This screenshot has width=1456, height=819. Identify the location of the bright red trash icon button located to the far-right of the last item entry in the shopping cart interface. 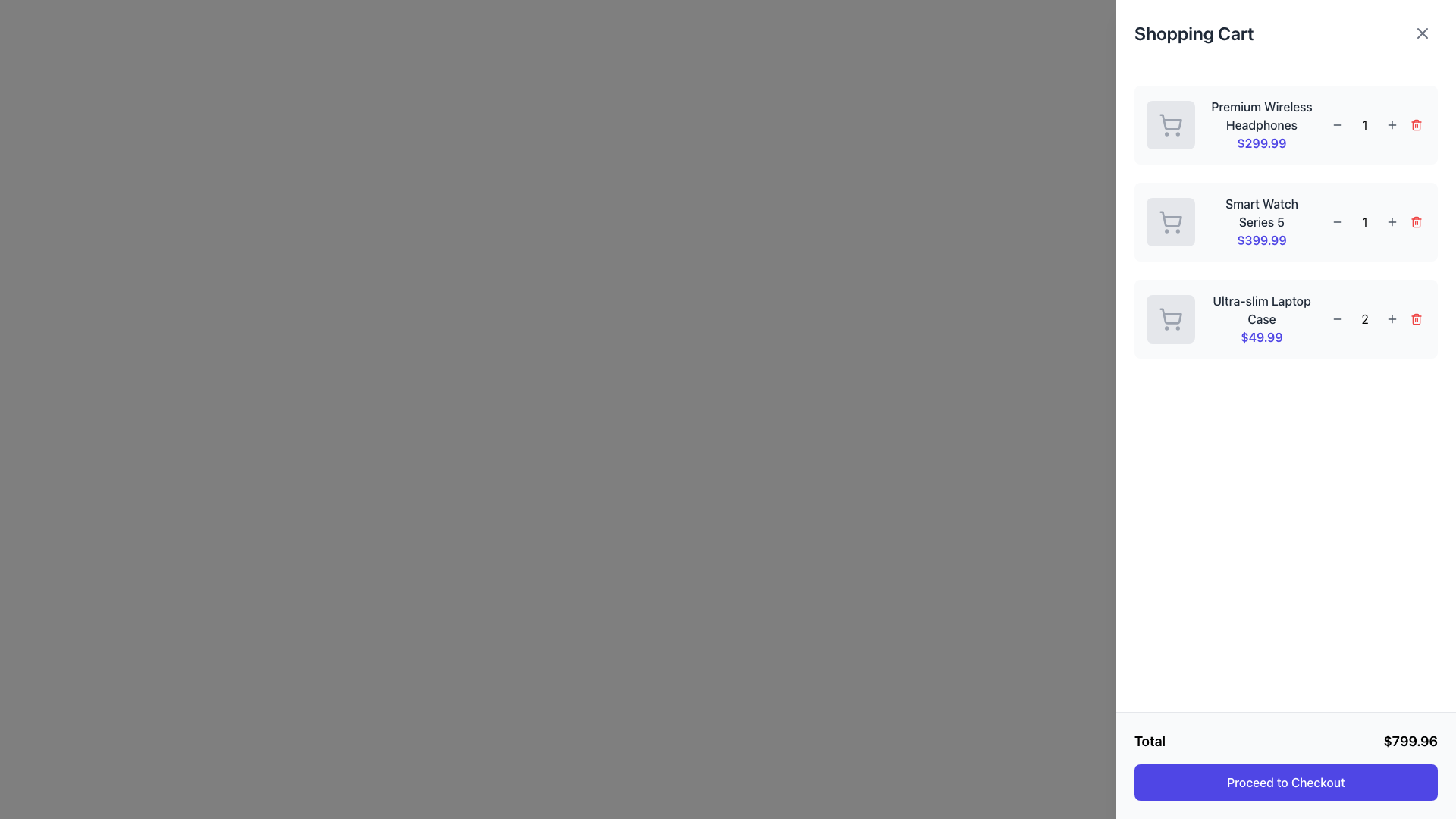
(1415, 318).